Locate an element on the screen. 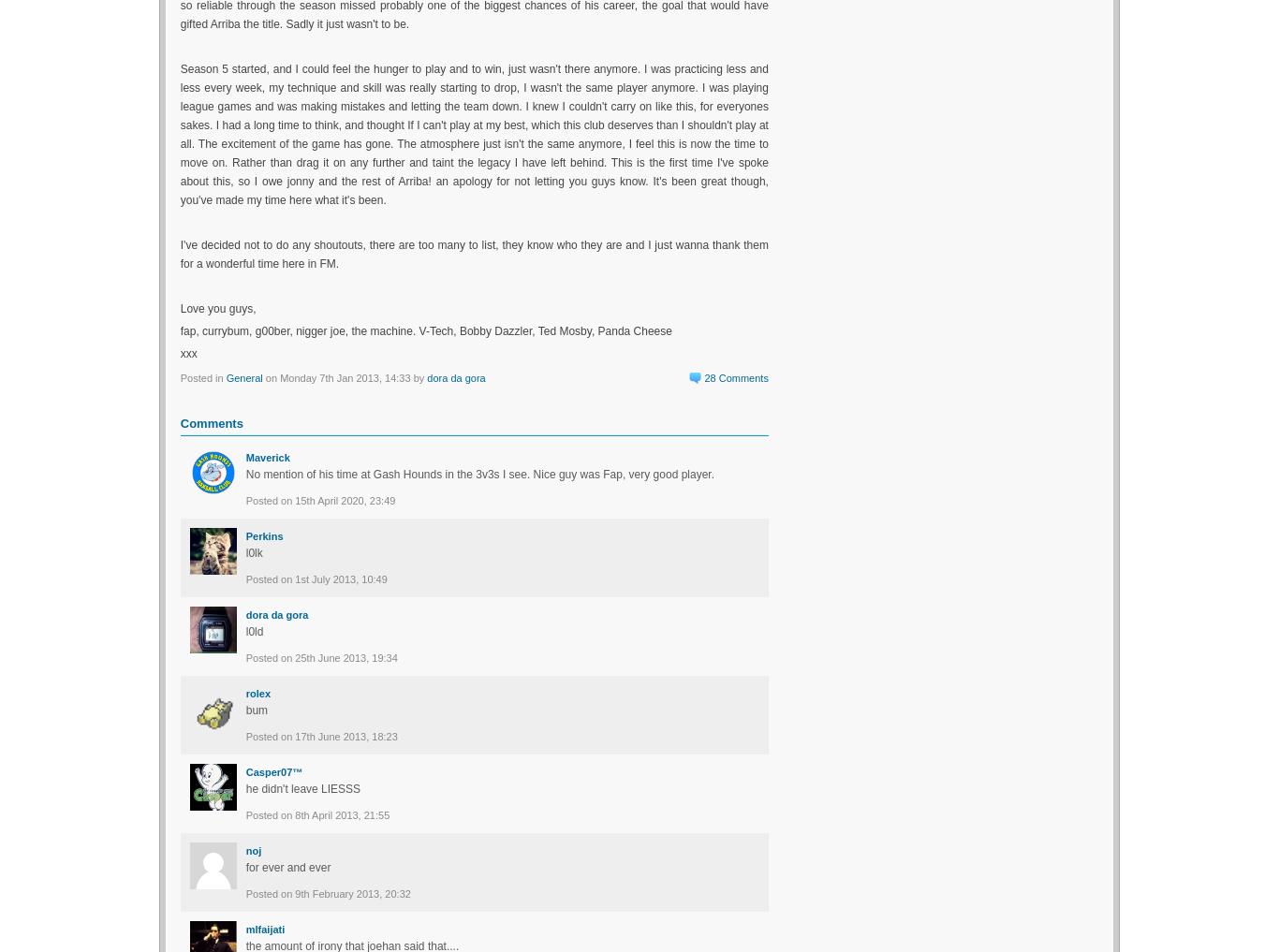  'No mention of his time at Gash Hounds in the 3v3s I see. Nice guy was Fap, very good player.' is located at coordinates (244, 473).